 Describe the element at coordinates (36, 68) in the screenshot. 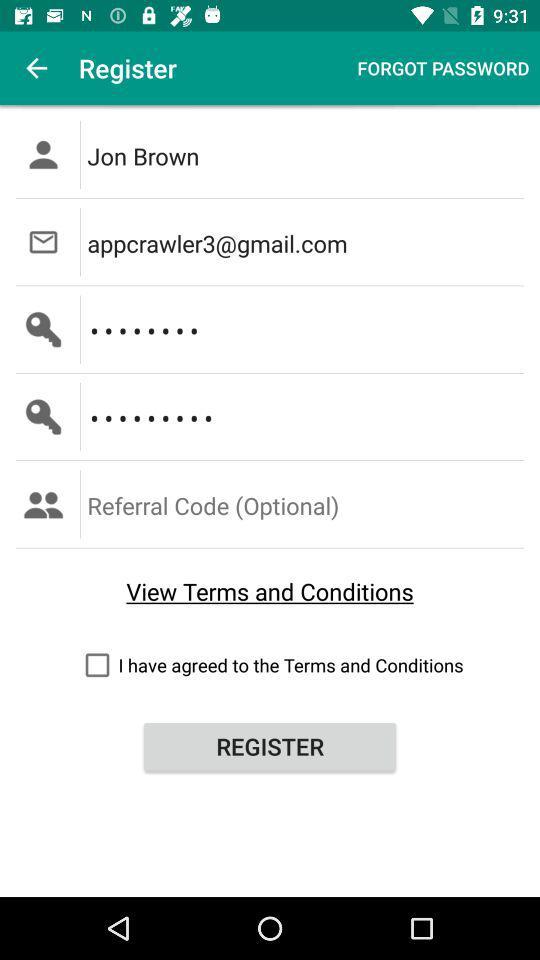

I see `the icon to the left of the register icon` at that location.